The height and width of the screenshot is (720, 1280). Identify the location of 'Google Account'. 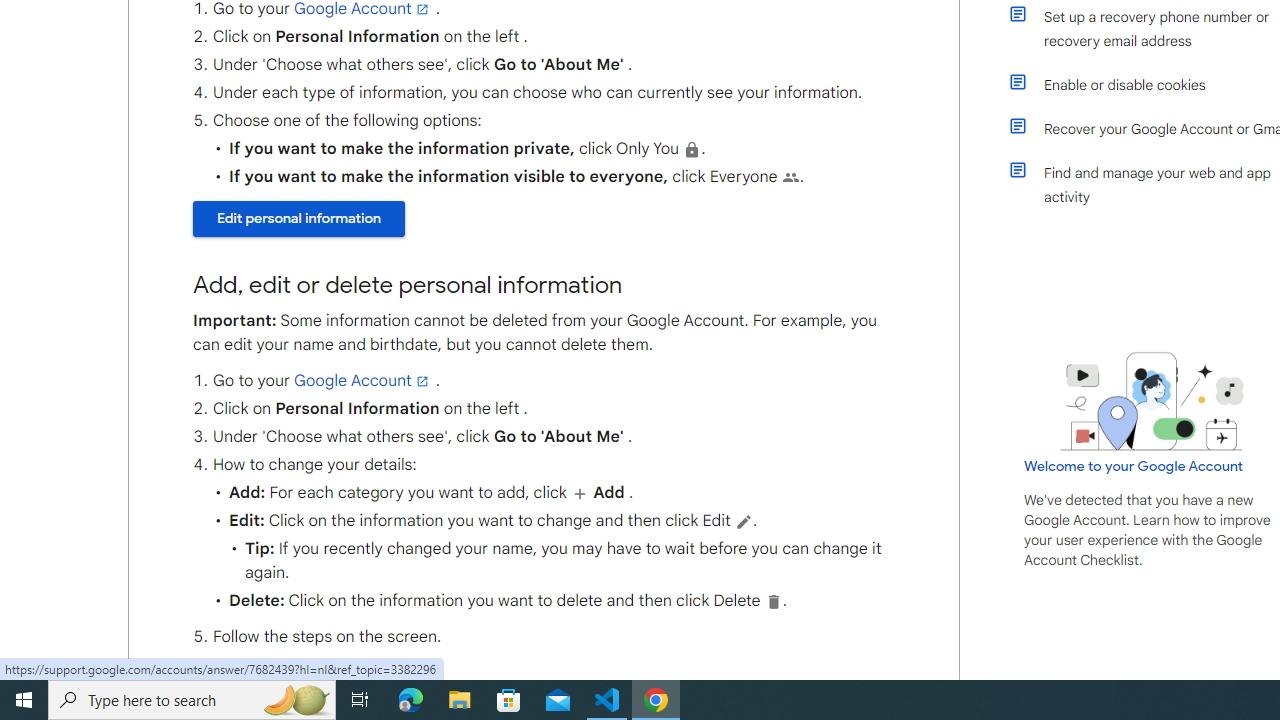
(363, 380).